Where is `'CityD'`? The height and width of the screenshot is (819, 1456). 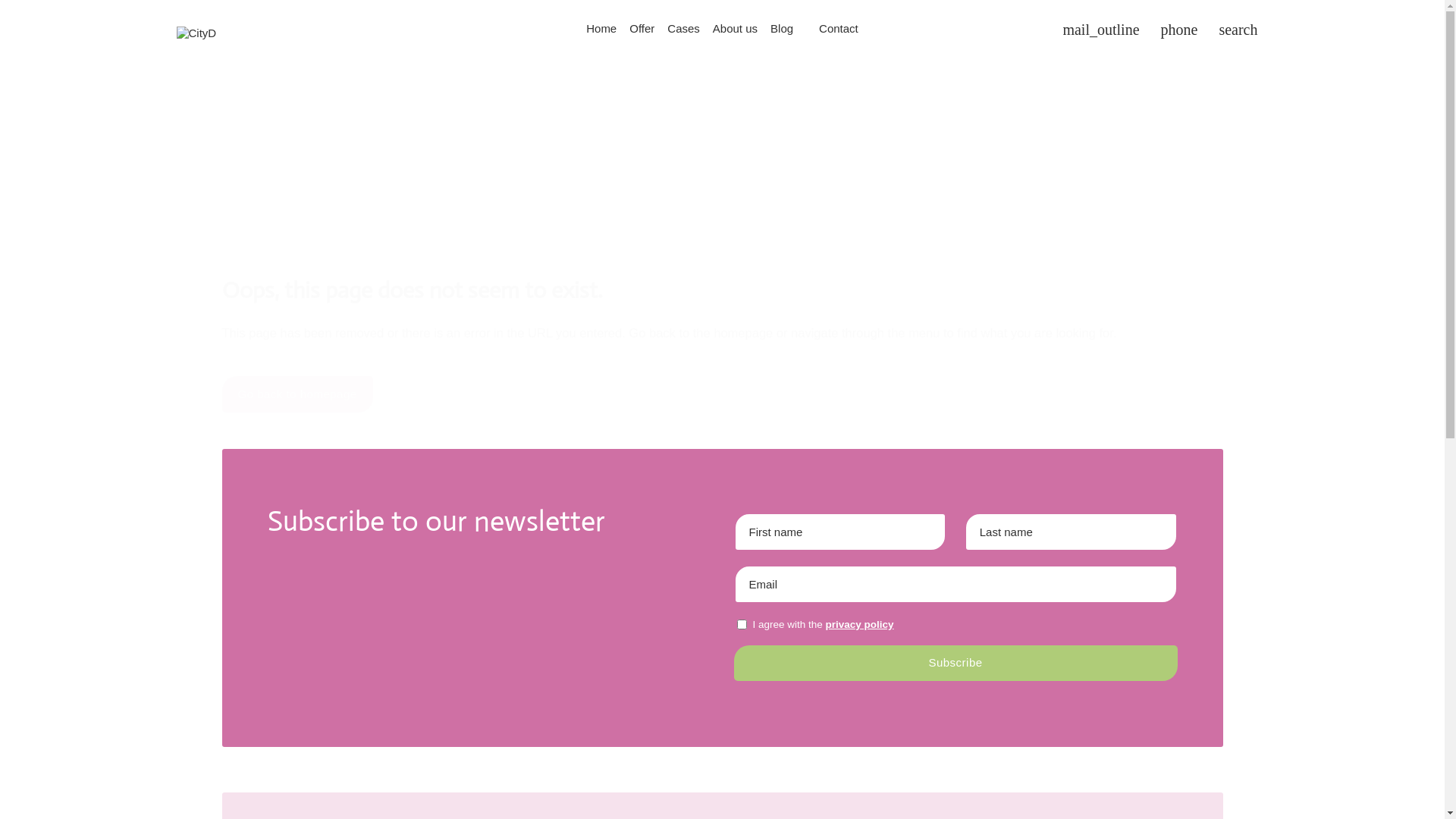
'CityD' is located at coordinates (195, 33).